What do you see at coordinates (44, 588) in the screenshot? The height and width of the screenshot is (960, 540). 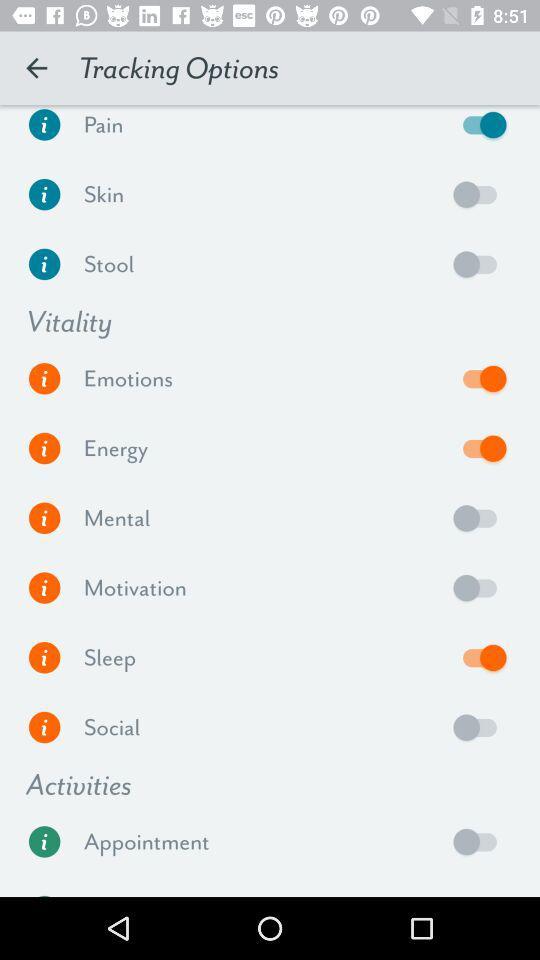 I see `info about motivation` at bounding box center [44, 588].